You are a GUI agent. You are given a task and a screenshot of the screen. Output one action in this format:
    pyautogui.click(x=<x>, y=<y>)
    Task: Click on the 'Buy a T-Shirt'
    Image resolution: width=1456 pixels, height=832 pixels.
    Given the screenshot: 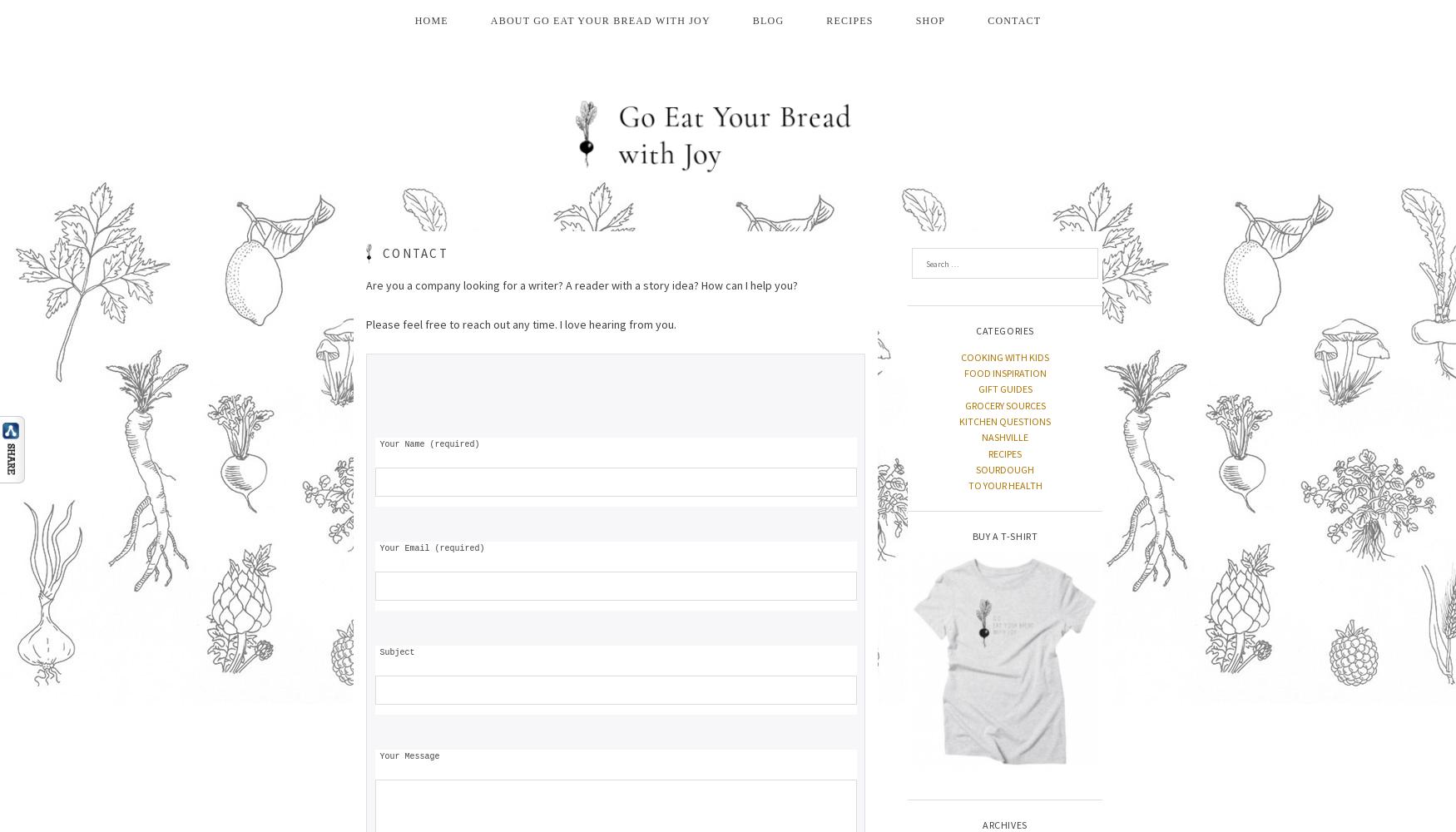 What is the action you would take?
    pyautogui.click(x=1004, y=535)
    